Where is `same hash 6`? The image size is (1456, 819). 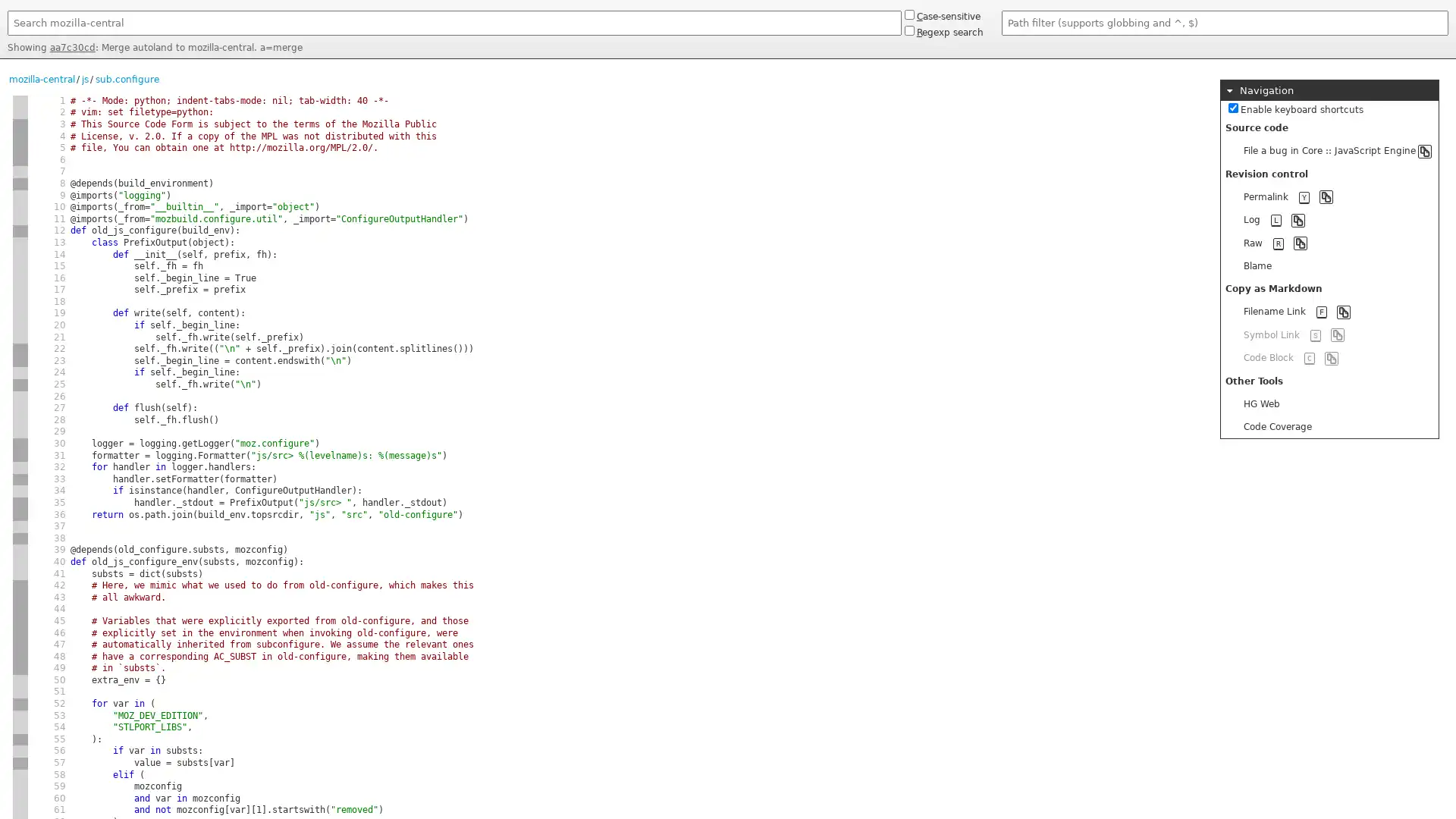
same hash 6 is located at coordinates (20, 336).